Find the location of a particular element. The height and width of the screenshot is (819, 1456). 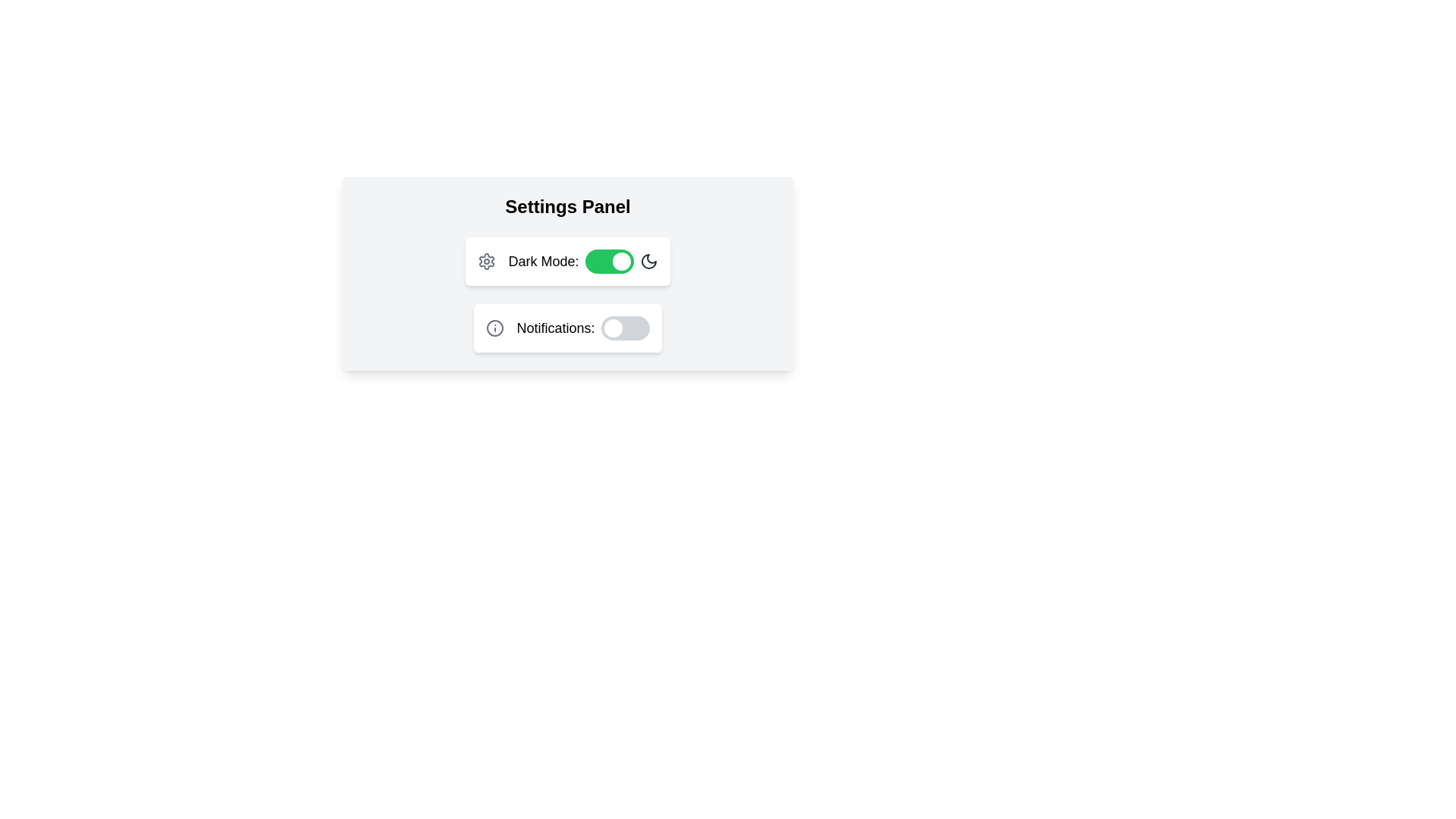

the circular toggle knob for 'Dark Mode' in the settings panel is located at coordinates (621, 260).